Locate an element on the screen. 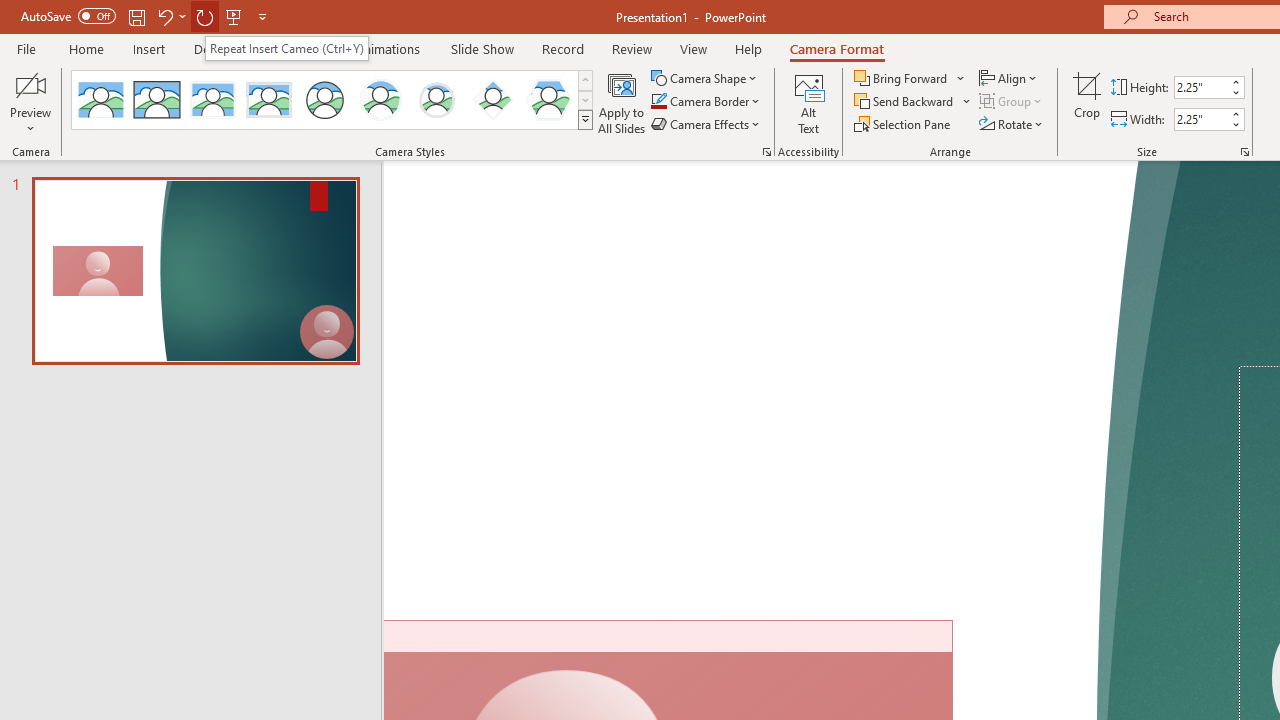 The width and height of the screenshot is (1280, 720). 'Camera Format' is located at coordinates (837, 48).